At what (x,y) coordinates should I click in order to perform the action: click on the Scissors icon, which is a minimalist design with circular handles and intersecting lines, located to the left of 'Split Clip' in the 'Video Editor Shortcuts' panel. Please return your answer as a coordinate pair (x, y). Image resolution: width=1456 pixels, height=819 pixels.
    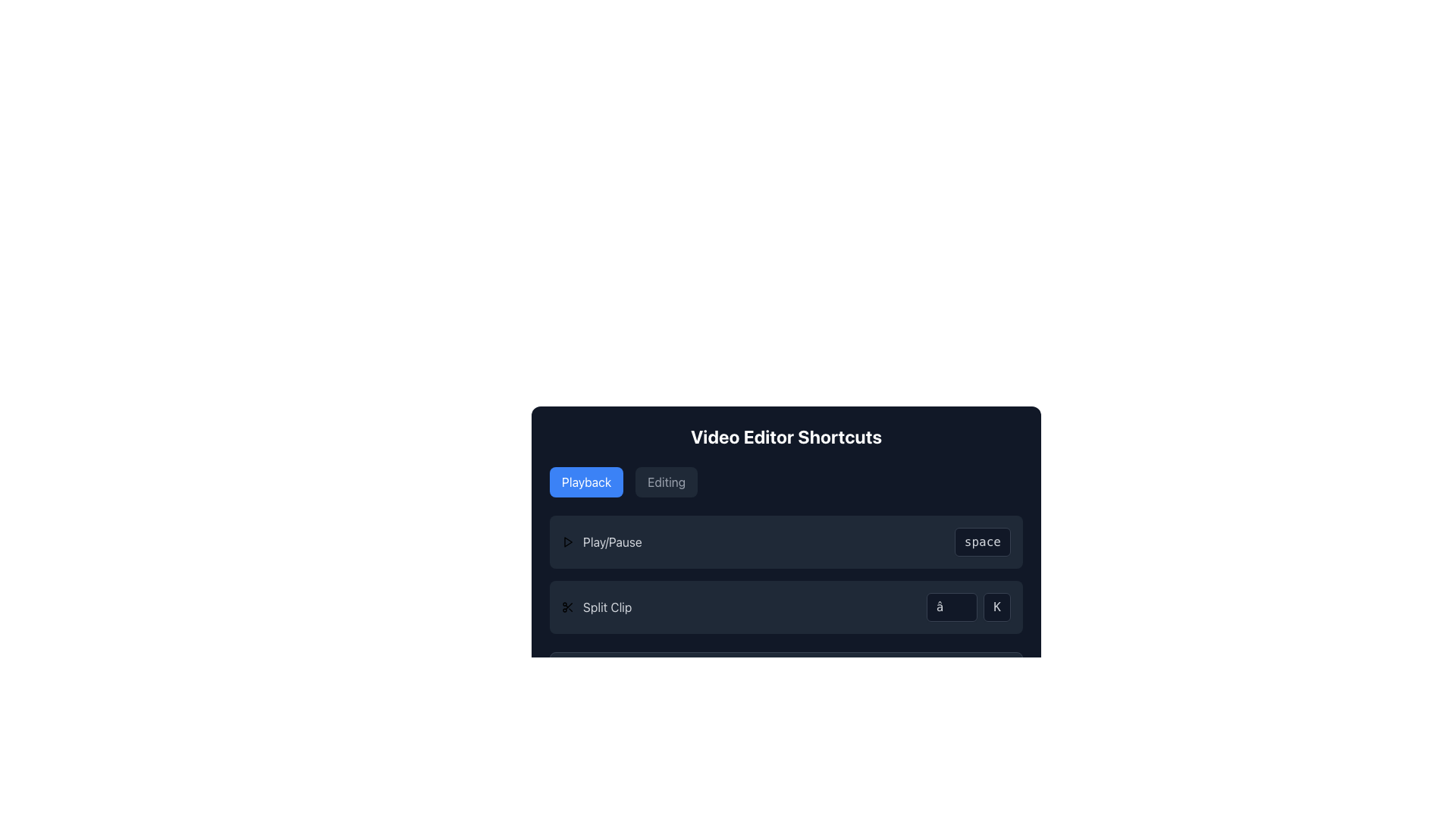
    Looking at the image, I should click on (566, 607).